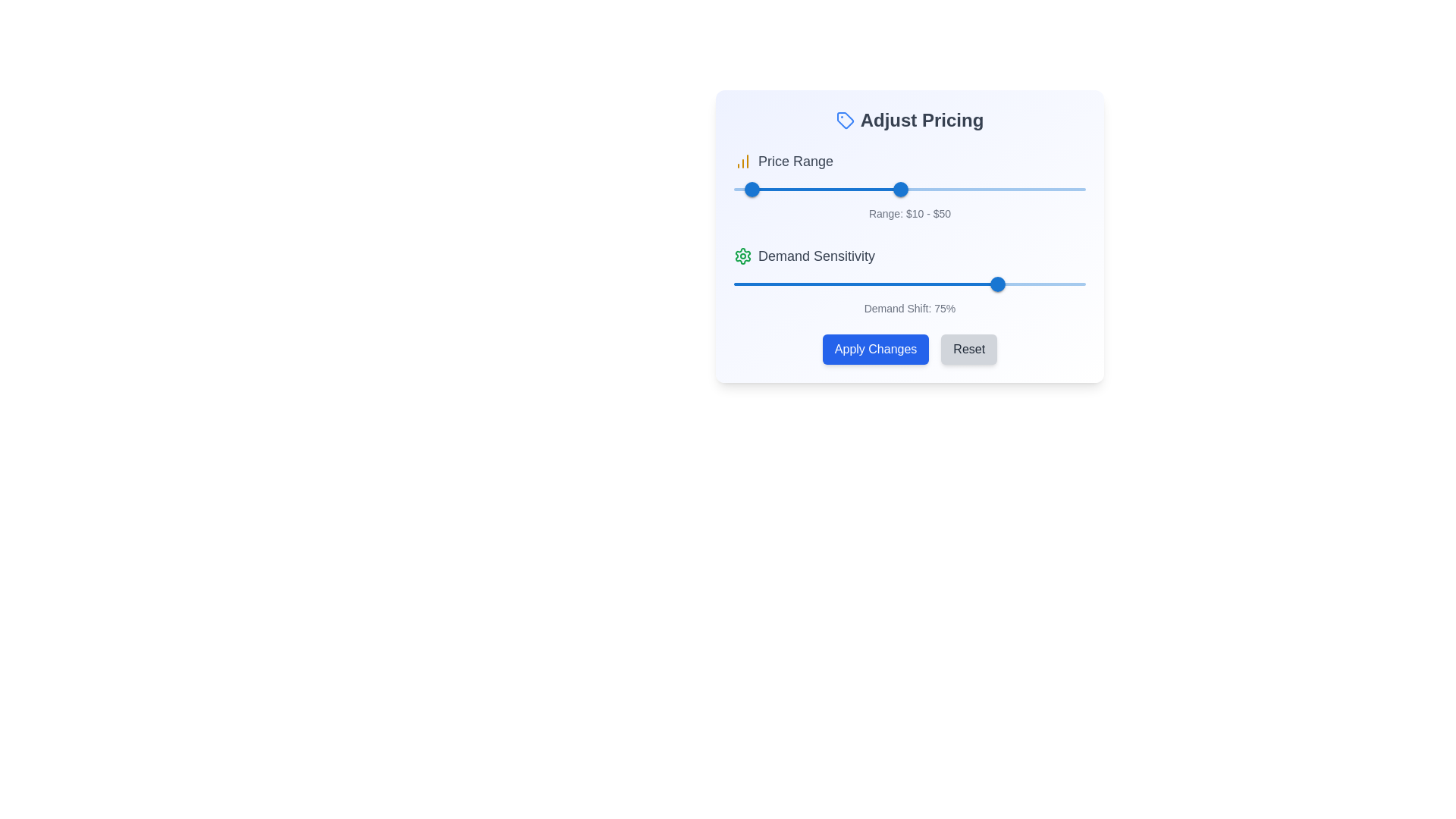  What do you see at coordinates (1001, 284) in the screenshot?
I see `the Demand Sensitivity value` at bounding box center [1001, 284].